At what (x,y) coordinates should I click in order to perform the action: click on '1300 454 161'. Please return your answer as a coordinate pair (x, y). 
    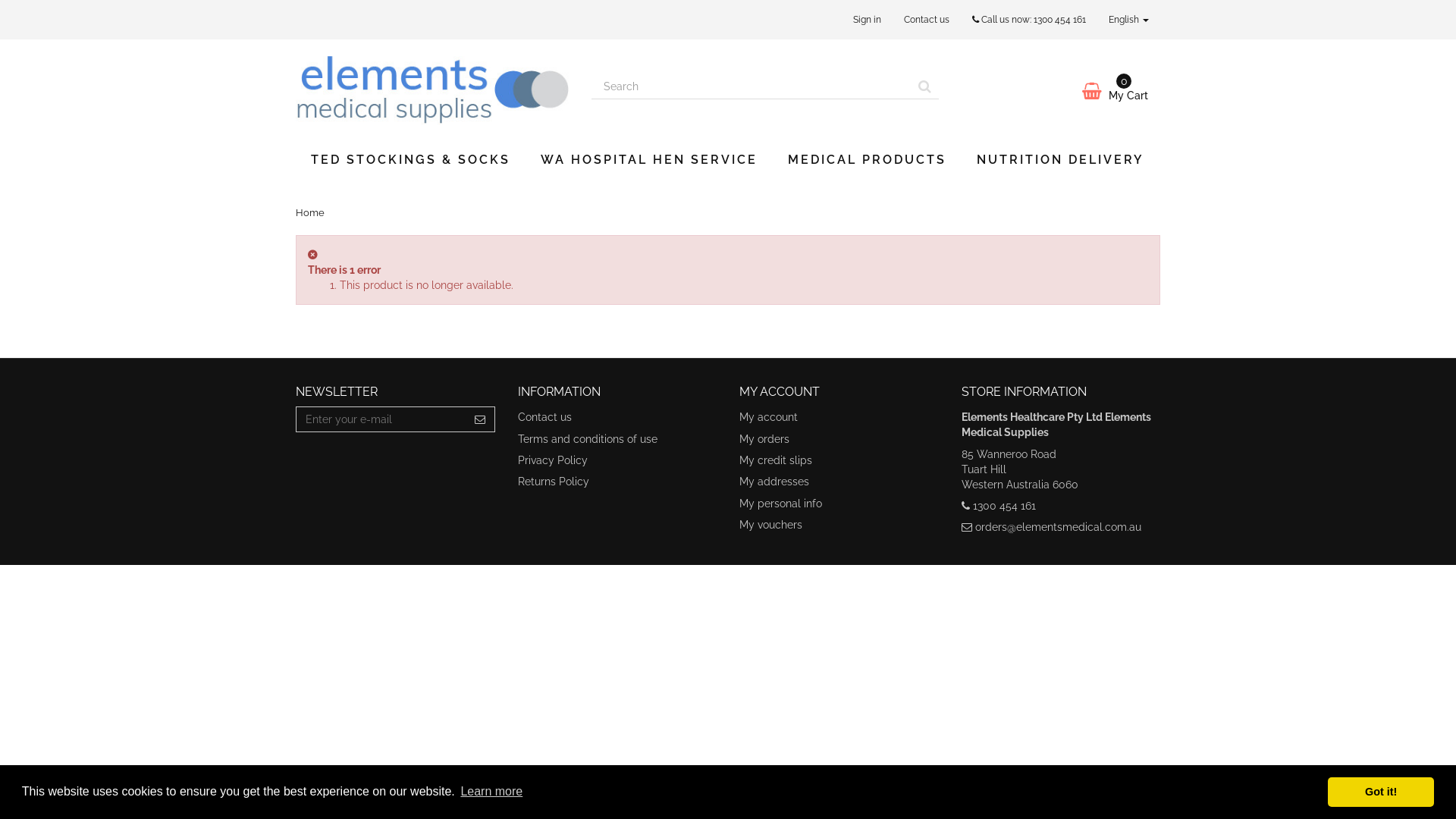
    Looking at the image, I should click on (1003, 506).